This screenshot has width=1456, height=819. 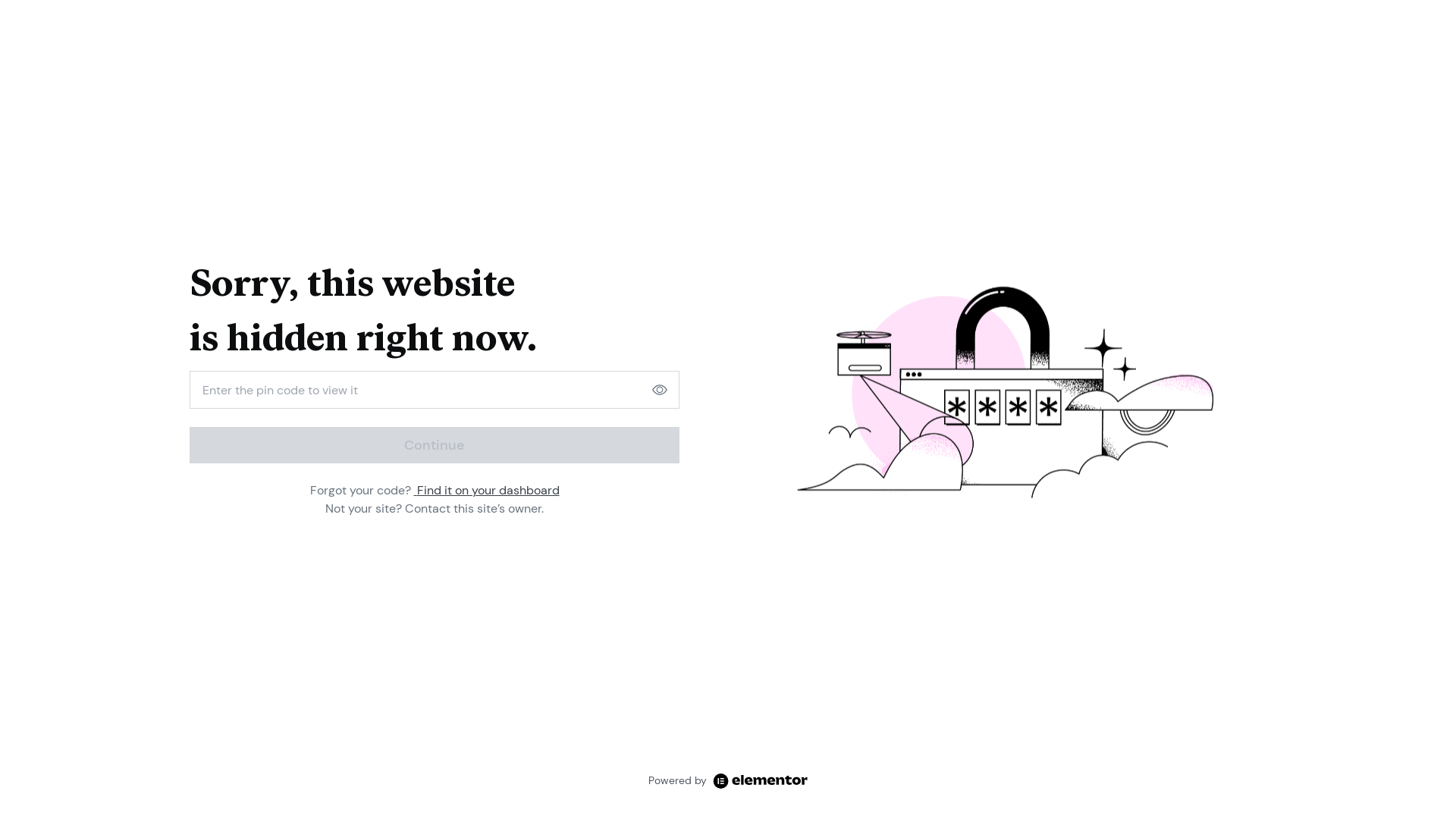 What do you see at coordinates (487, 490) in the screenshot?
I see `'Find it on your dashboard'` at bounding box center [487, 490].